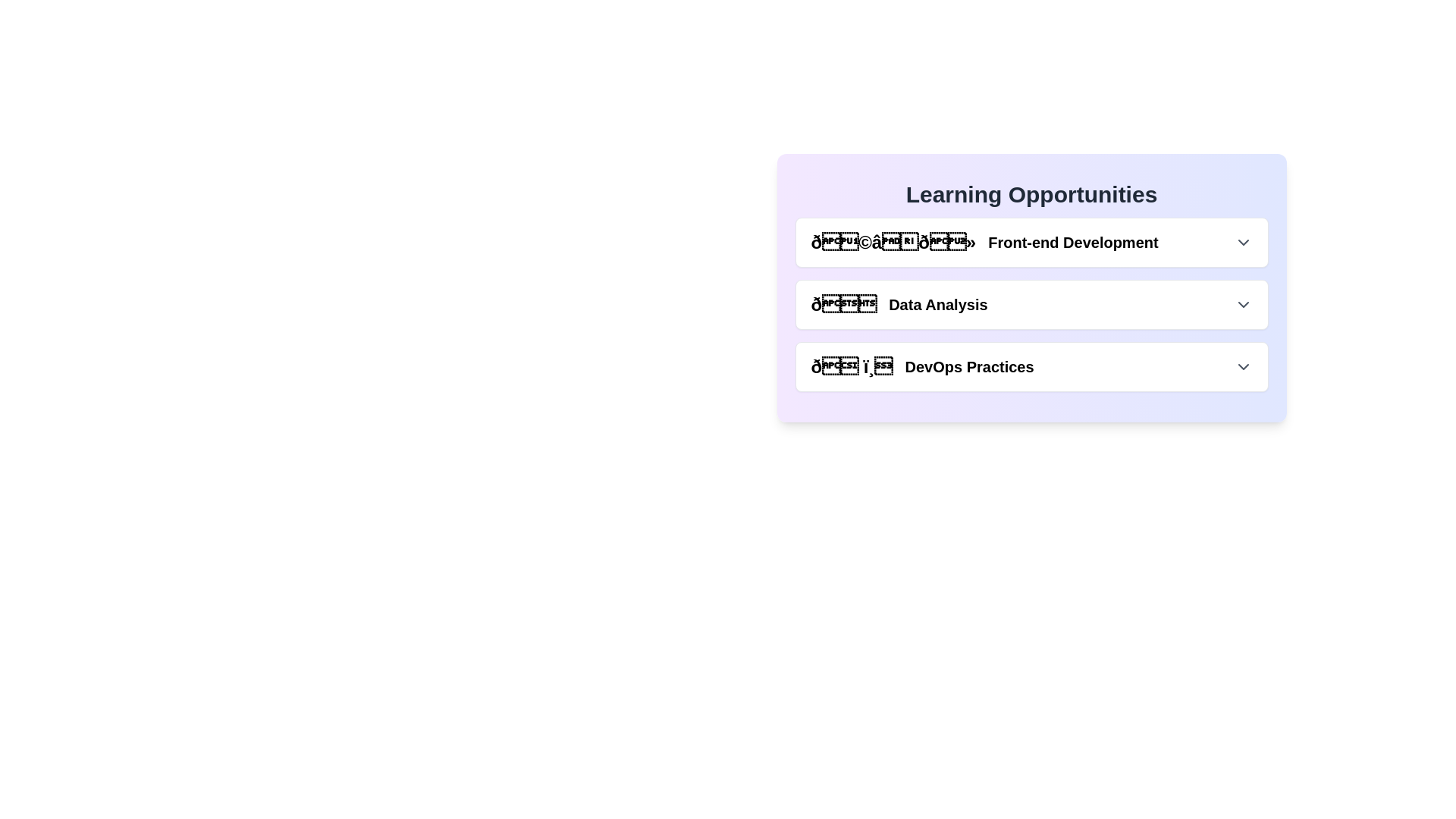 The height and width of the screenshot is (819, 1456). What do you see at coordinates (1243, 304) in the screenshot?
I see `the downward-pointing chevron icon located to the right of the 'Data Analysis' text` at bounding box center [1243, 304].